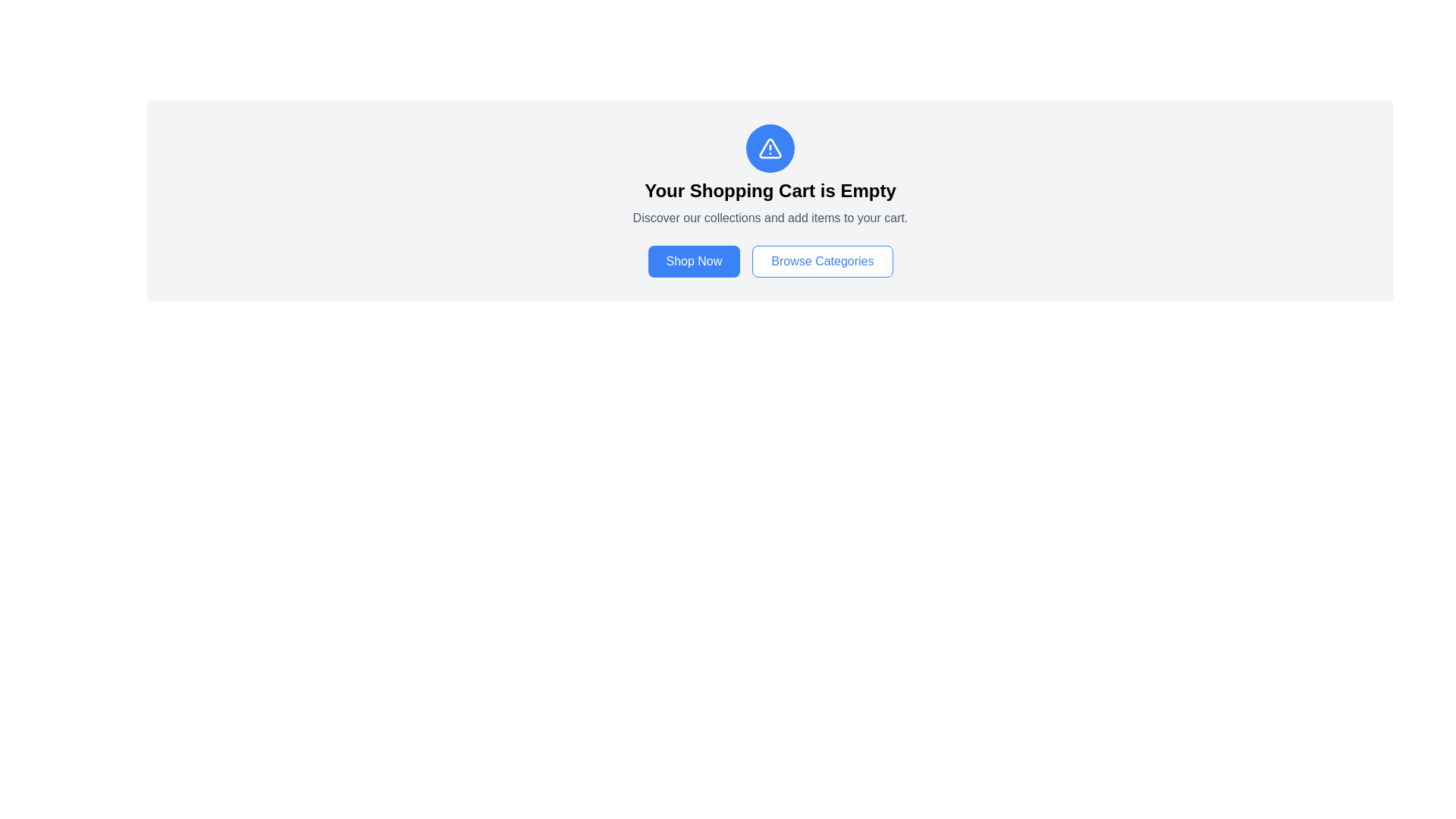 The height and width of the screenshot is (819, 1456). What do you see at coordinates (693, 260) in the screenshot?
I see `the 'Shop Now' button using tab navigation` at bounding box center [693, 260].